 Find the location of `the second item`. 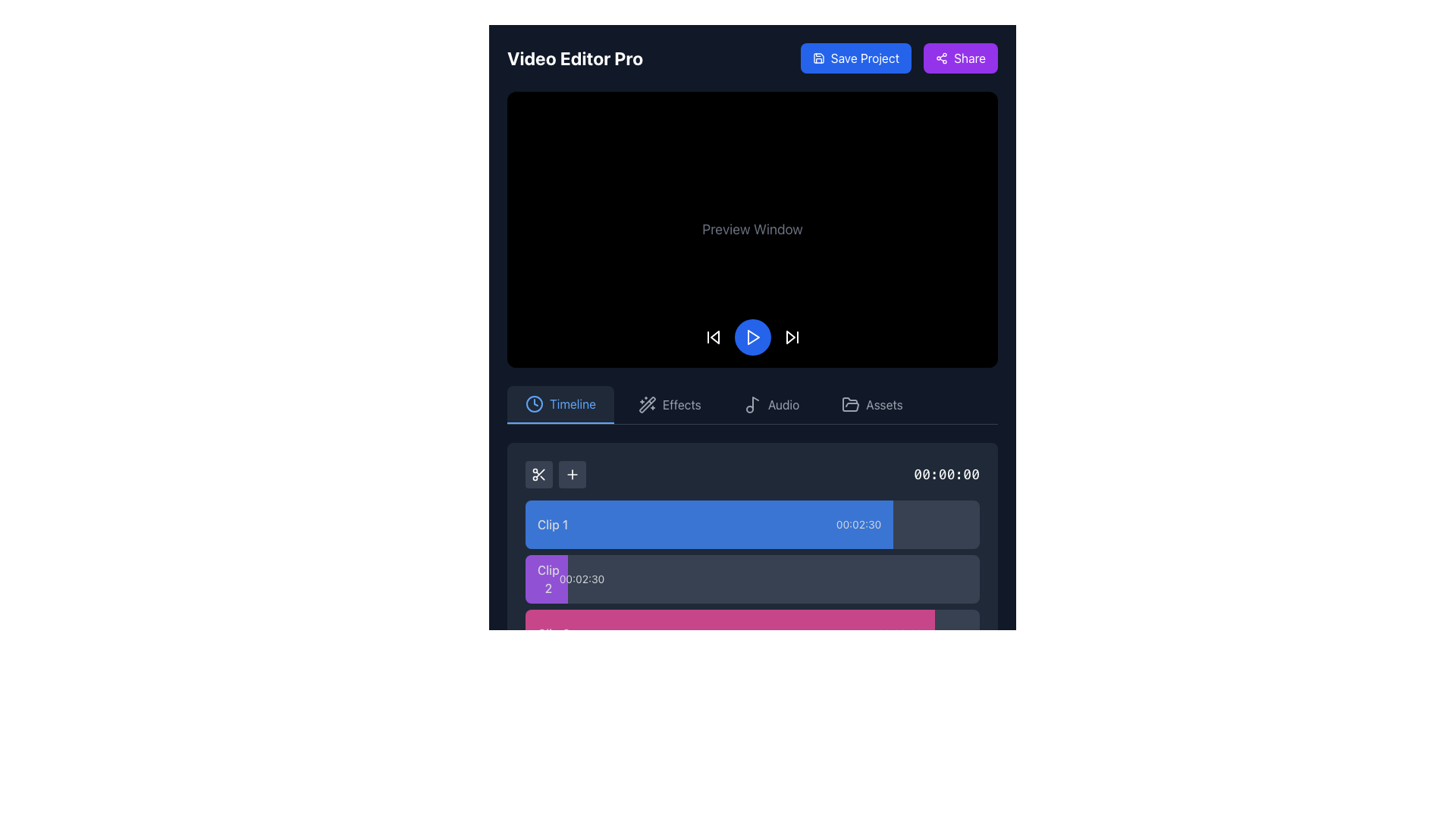

the second item is located at coordinates (752, 605).